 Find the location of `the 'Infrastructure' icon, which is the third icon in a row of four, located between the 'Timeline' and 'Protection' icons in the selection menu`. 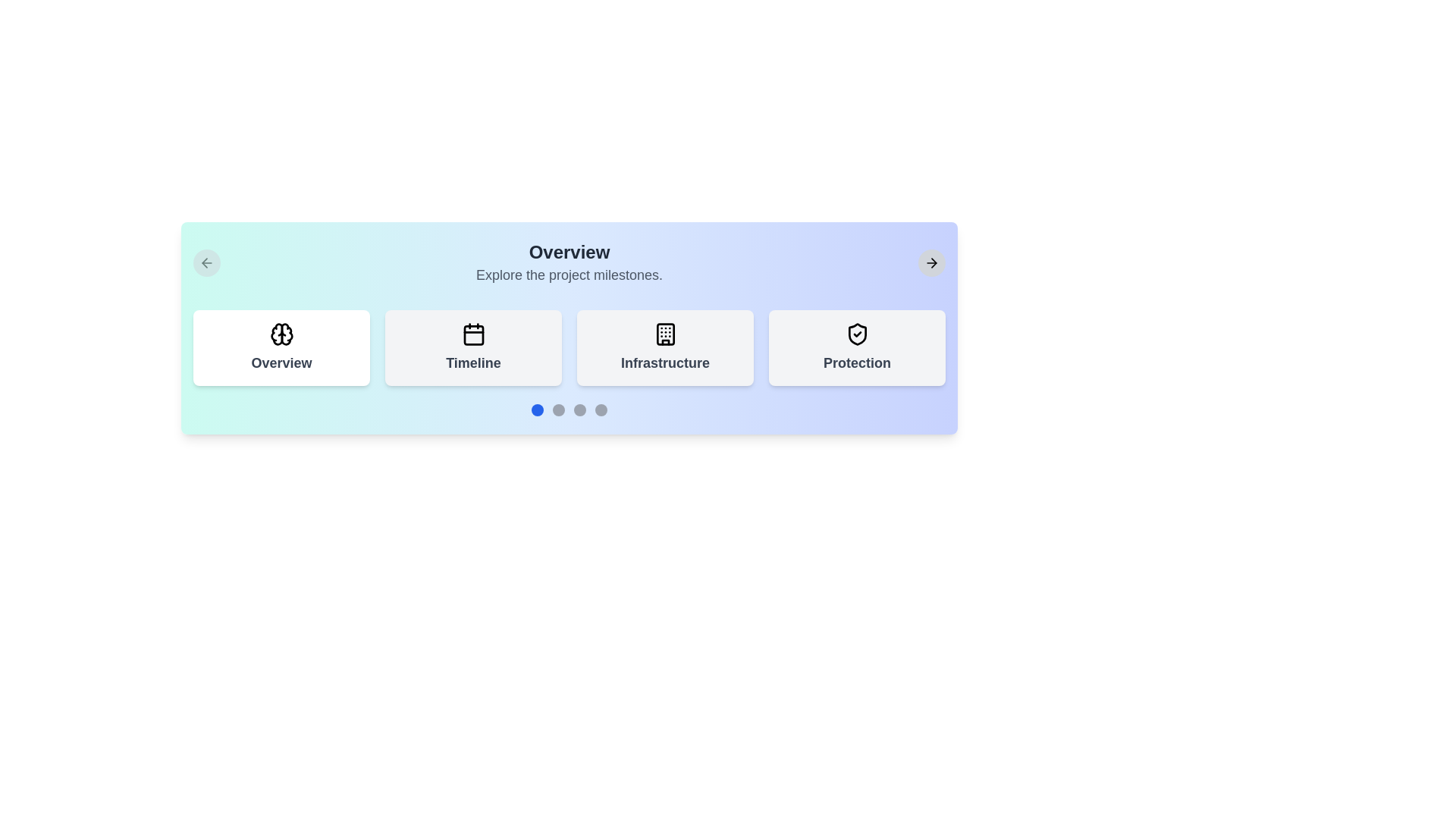

the 'Infrastructure' icon, which is the third icon in a row of four, located between the 'Timeline' and 'Protection' icons in the selection menu is located at coordinates (665, 333).